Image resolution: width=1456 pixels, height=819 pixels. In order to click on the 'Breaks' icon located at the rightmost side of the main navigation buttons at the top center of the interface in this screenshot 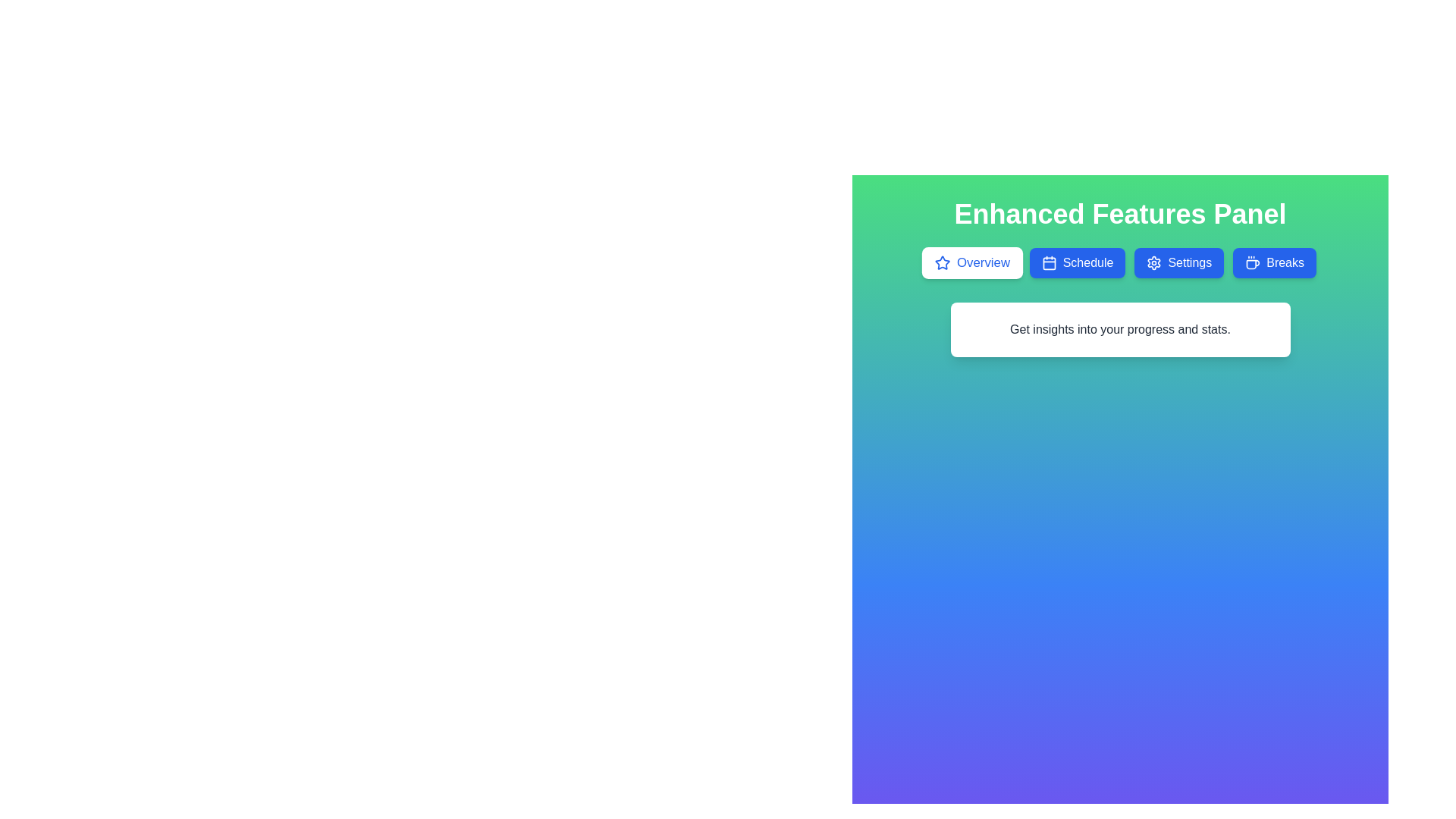, I will do `click(1253, 262)`.